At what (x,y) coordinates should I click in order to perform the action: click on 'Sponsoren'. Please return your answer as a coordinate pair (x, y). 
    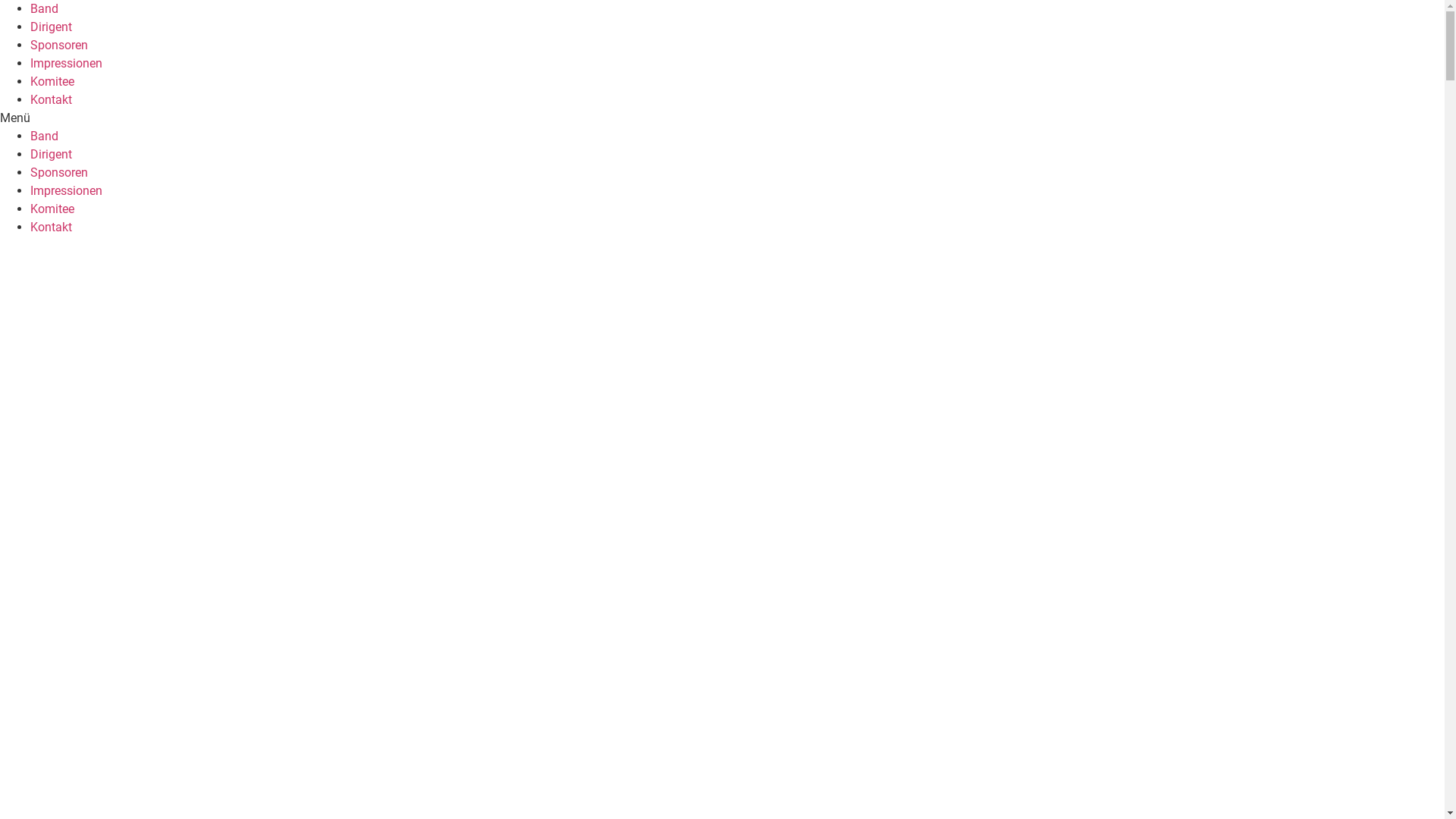
    Looking at the image, I should click on (30, 171).